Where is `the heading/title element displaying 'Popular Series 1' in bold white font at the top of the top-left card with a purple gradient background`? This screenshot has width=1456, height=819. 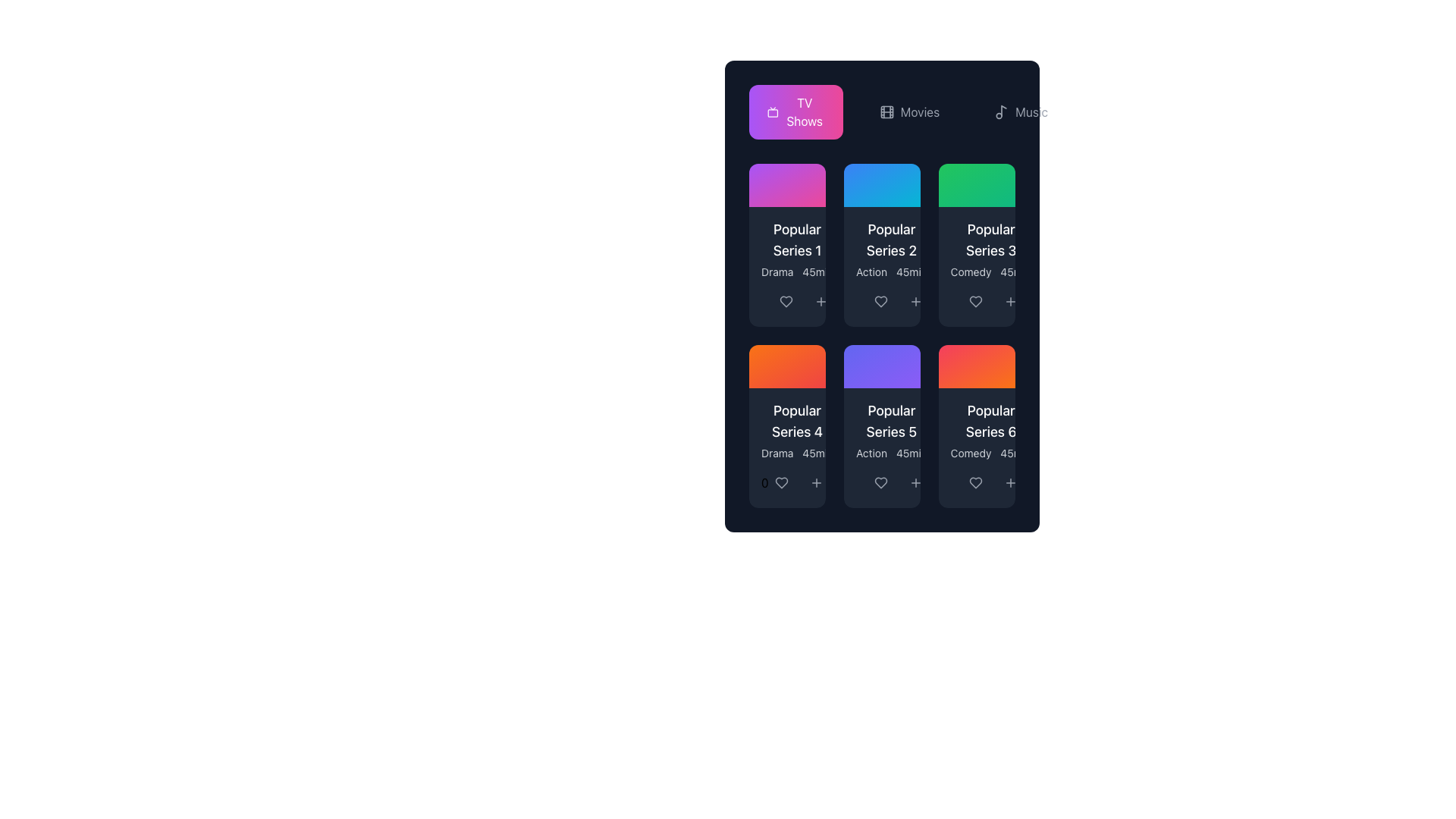
the heading/title element displaying 'Popular Series 1' in bold white font at the top of the top-left card with a purple gradient background is located at coordinates (796, 239).